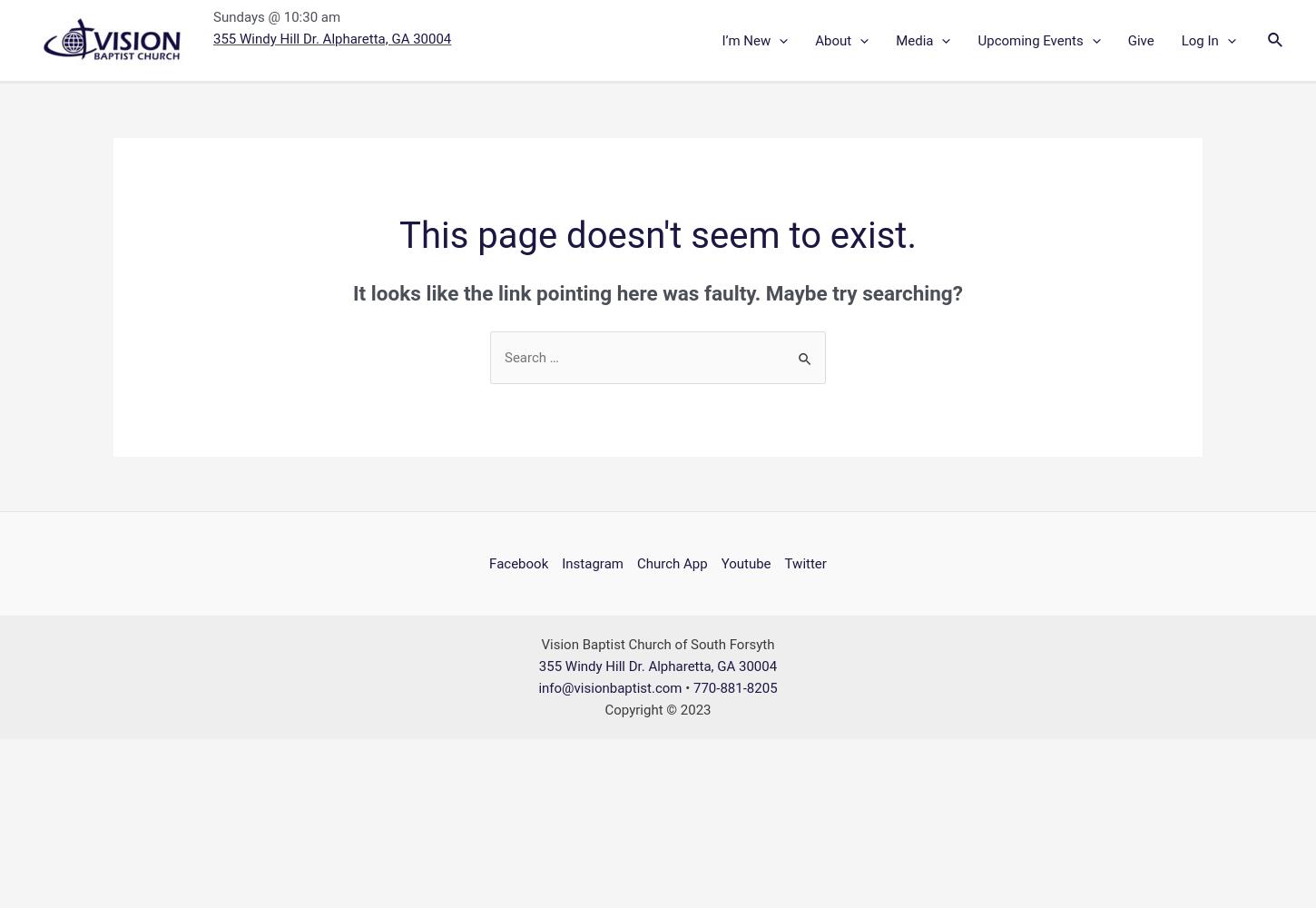 This screenshot has height=908, width=1316. What do you see at coordinates (518, 562) in the screenshot?
I see `'Facebook'` at bounding box center [518, 562].